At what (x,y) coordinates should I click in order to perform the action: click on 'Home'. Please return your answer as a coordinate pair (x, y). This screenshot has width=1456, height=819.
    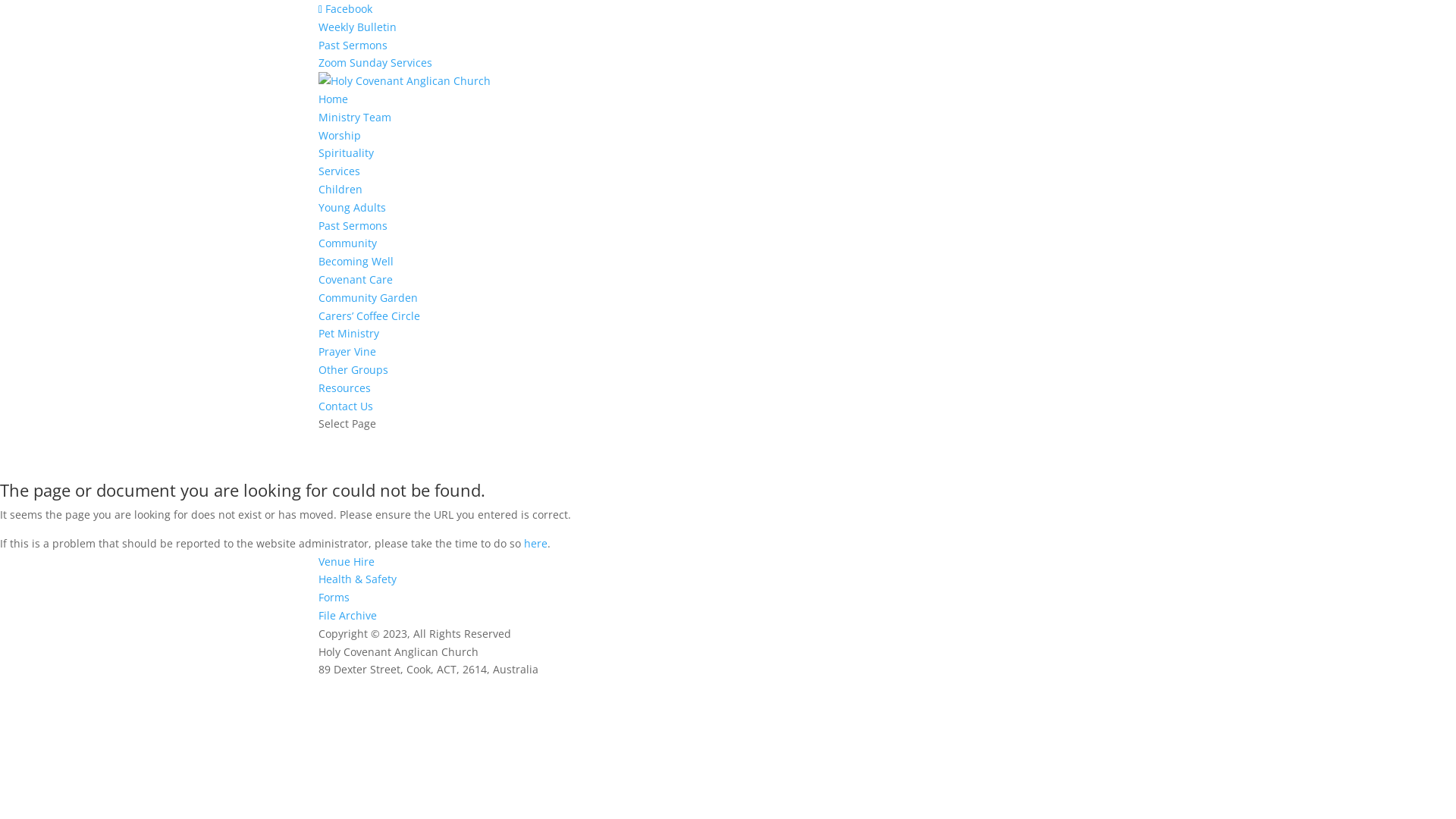
    Looking at the image, I should click on (332, 99).